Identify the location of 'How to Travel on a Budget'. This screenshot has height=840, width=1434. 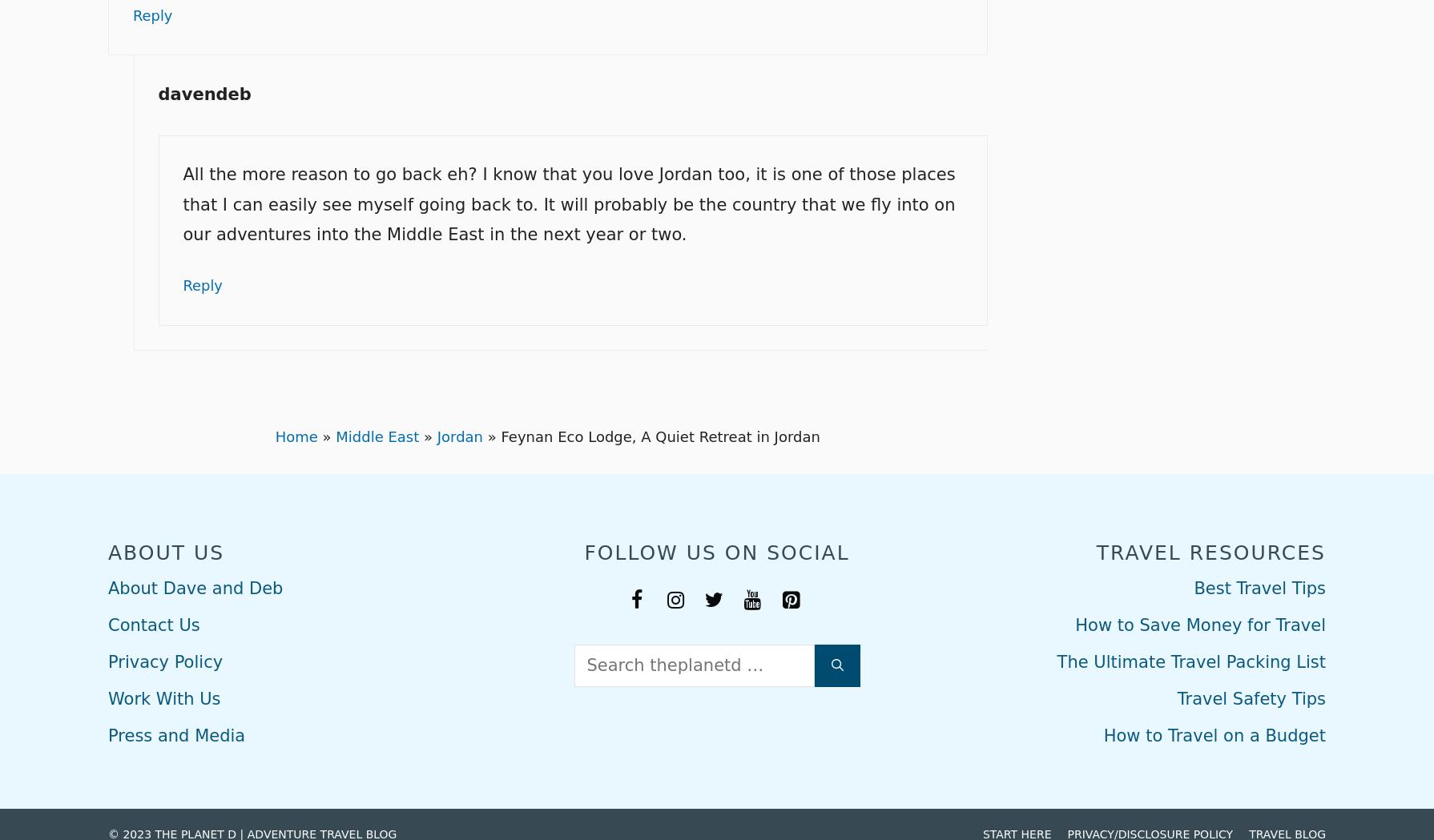
(1213, 732).